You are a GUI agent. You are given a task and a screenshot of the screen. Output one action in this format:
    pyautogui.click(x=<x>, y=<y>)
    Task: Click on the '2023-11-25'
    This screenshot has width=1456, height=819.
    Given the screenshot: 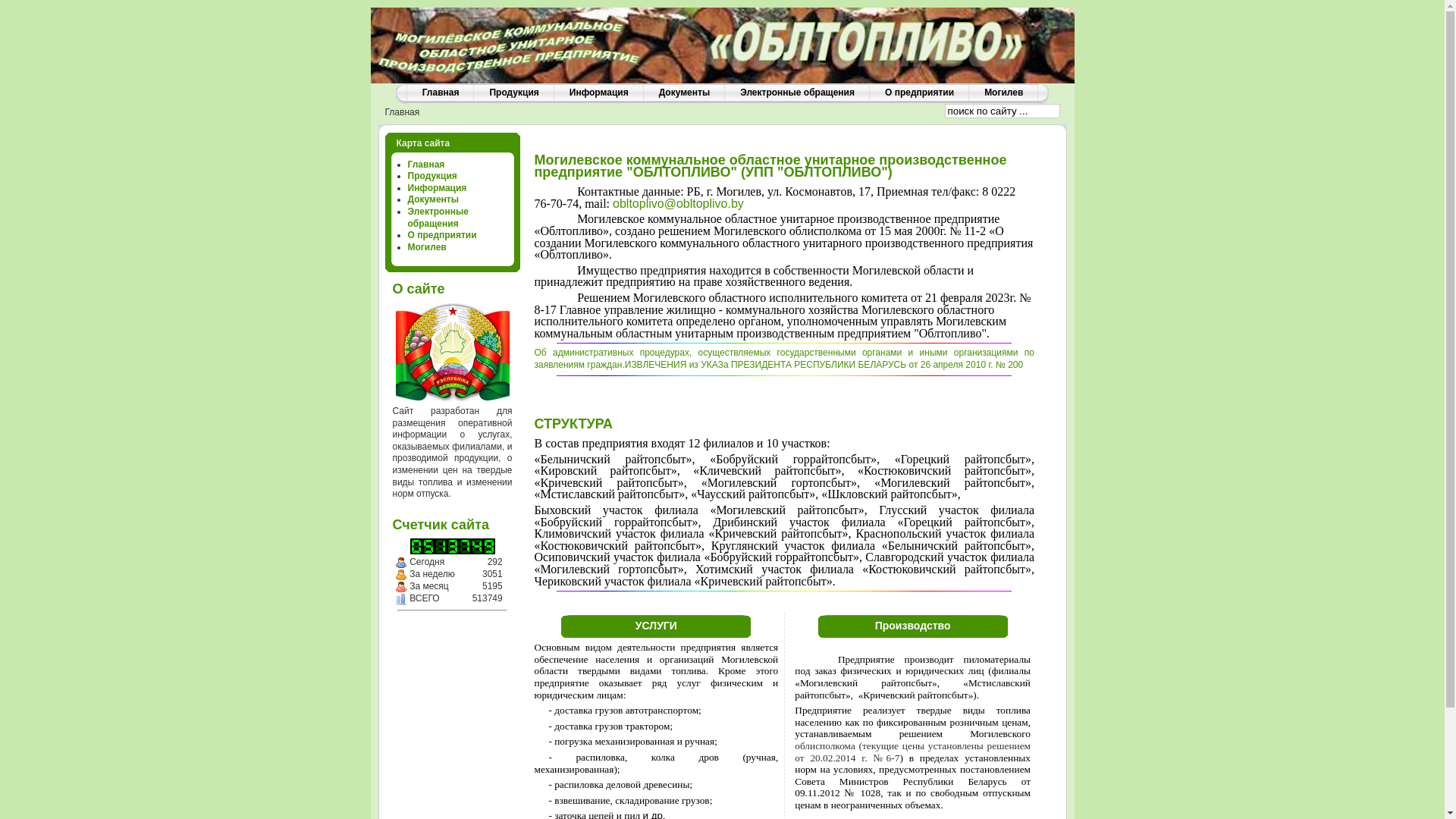 What is the action you would take?
    pyautogui.click(x=400, y=562)
    